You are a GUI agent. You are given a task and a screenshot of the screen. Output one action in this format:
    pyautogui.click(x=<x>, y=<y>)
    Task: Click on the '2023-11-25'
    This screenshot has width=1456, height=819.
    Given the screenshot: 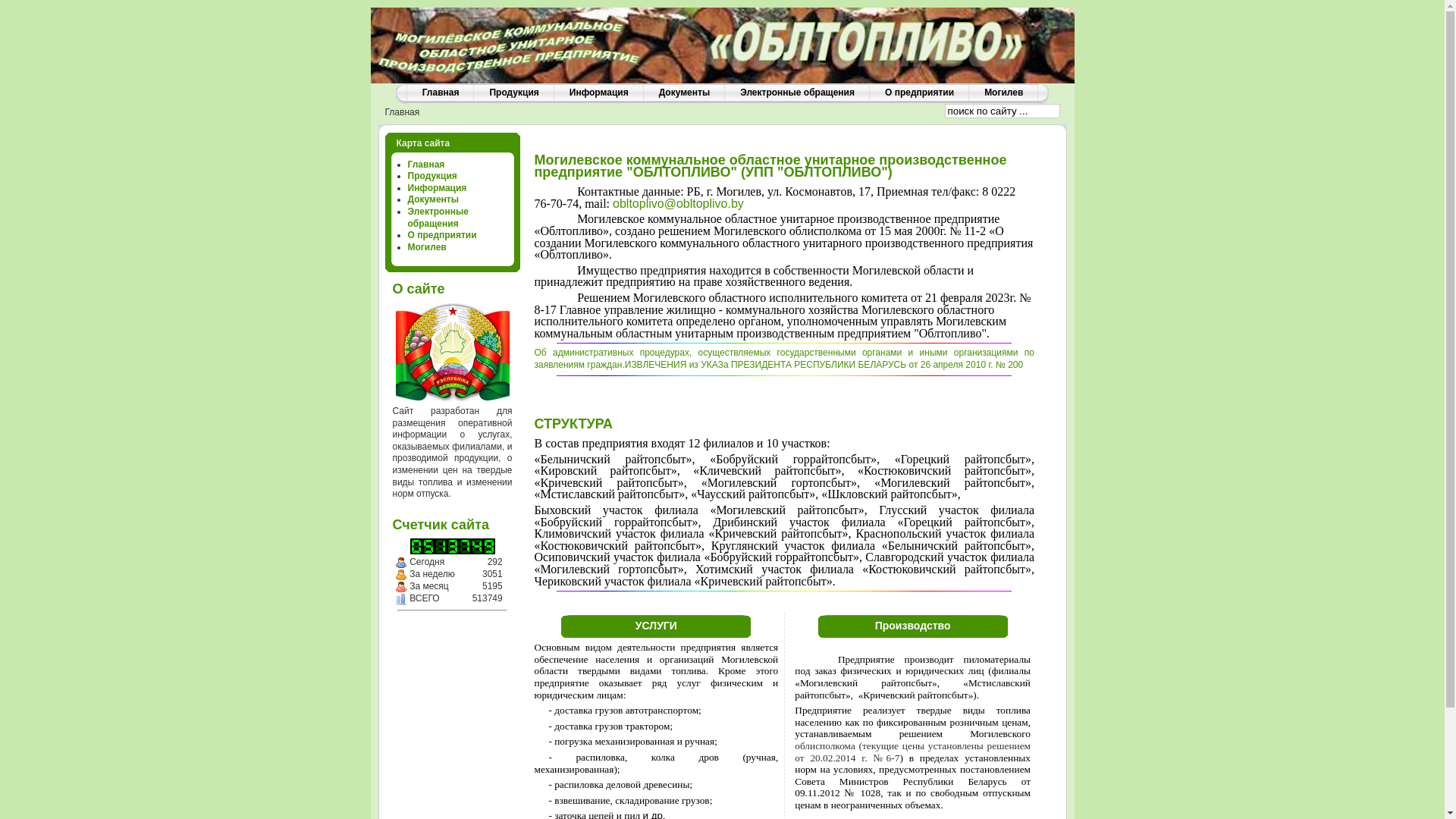 What is the action you would take?
    pyautogui.click(x=400, y=562)
    